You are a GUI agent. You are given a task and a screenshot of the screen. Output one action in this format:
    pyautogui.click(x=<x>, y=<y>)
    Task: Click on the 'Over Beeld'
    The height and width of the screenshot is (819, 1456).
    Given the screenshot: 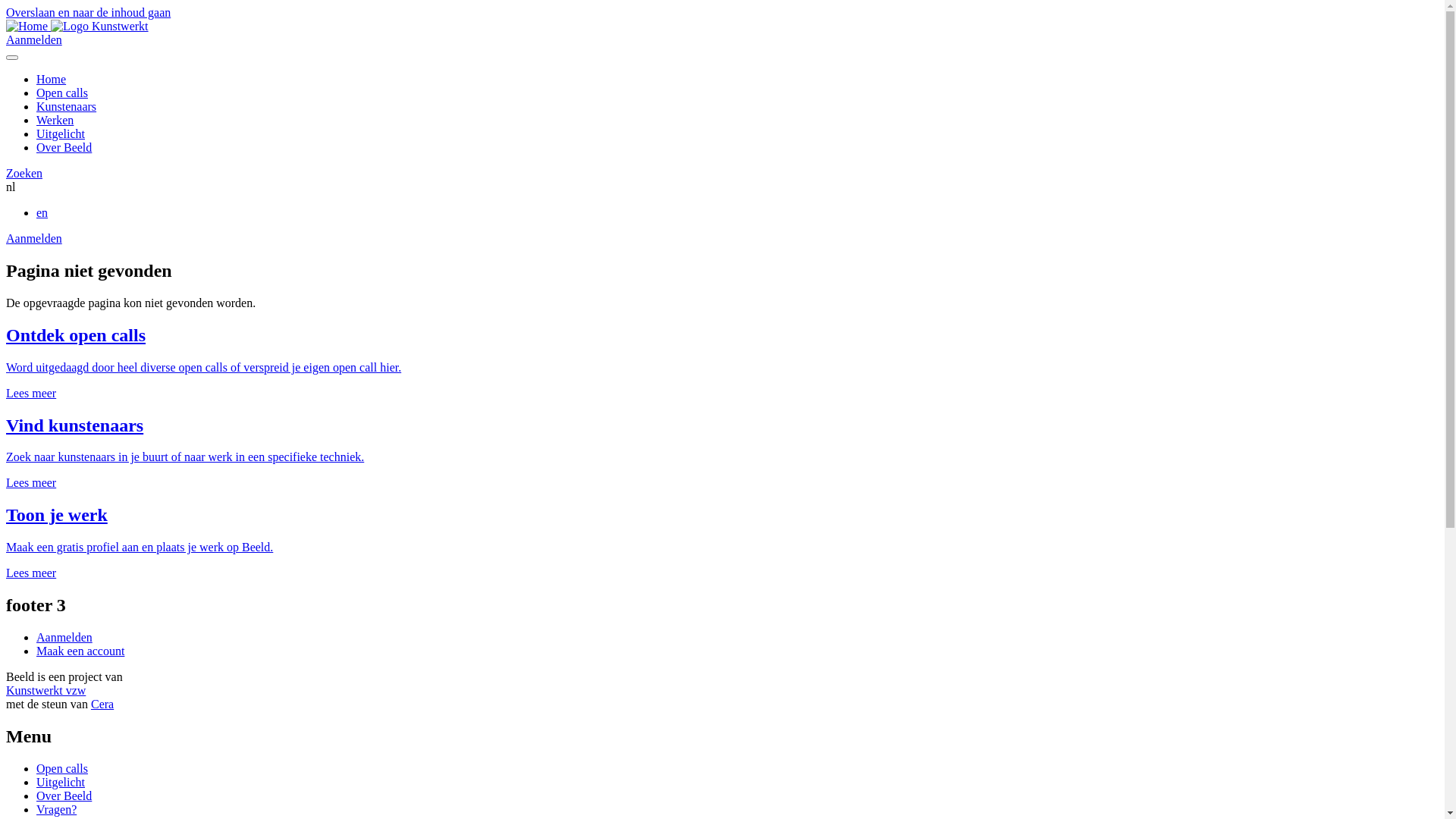 What is the action you would take?
    pyautogui.click(x=63, y=795)
    